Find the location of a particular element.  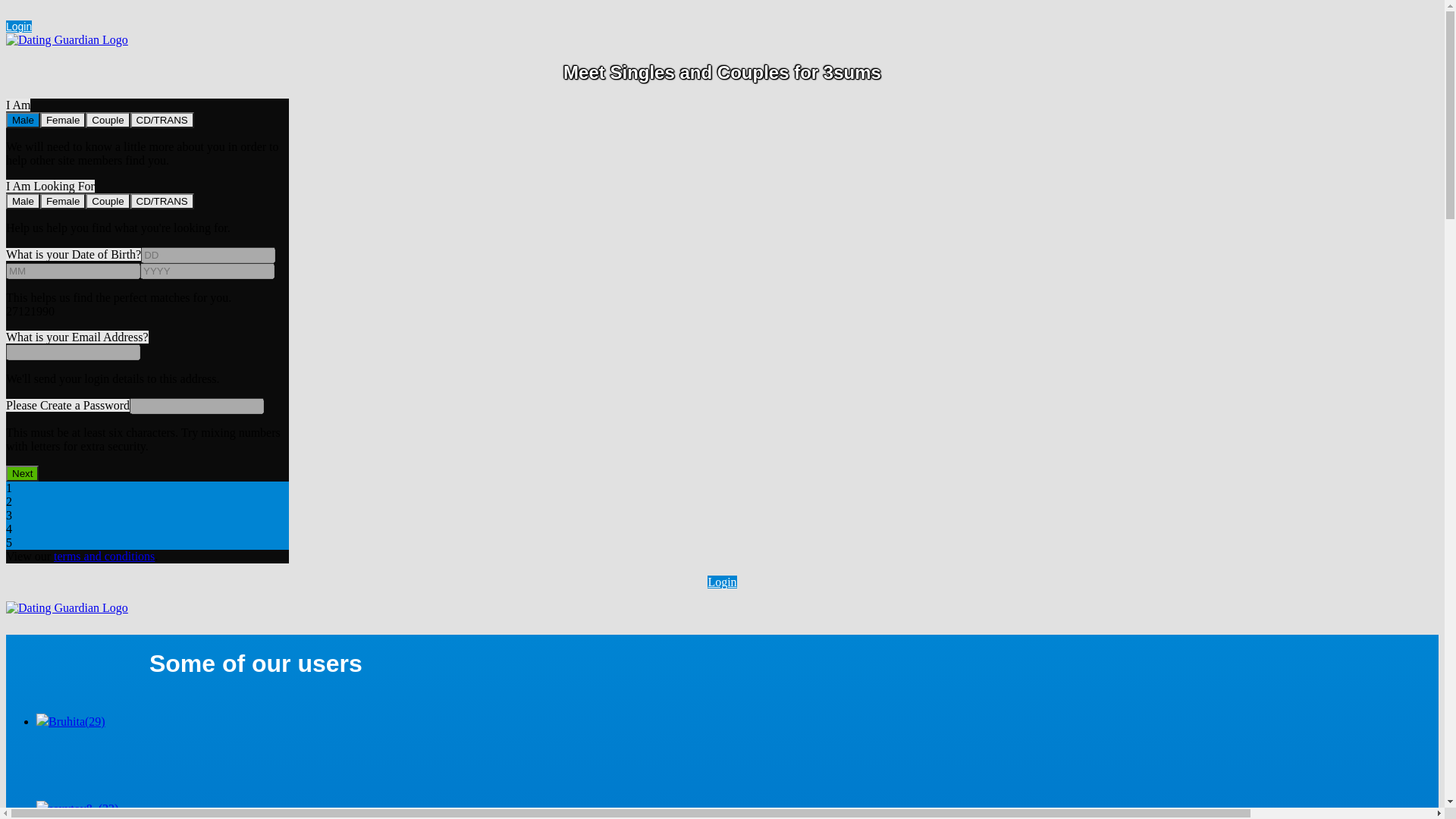

'Female' is located at coordinates (61, 119).